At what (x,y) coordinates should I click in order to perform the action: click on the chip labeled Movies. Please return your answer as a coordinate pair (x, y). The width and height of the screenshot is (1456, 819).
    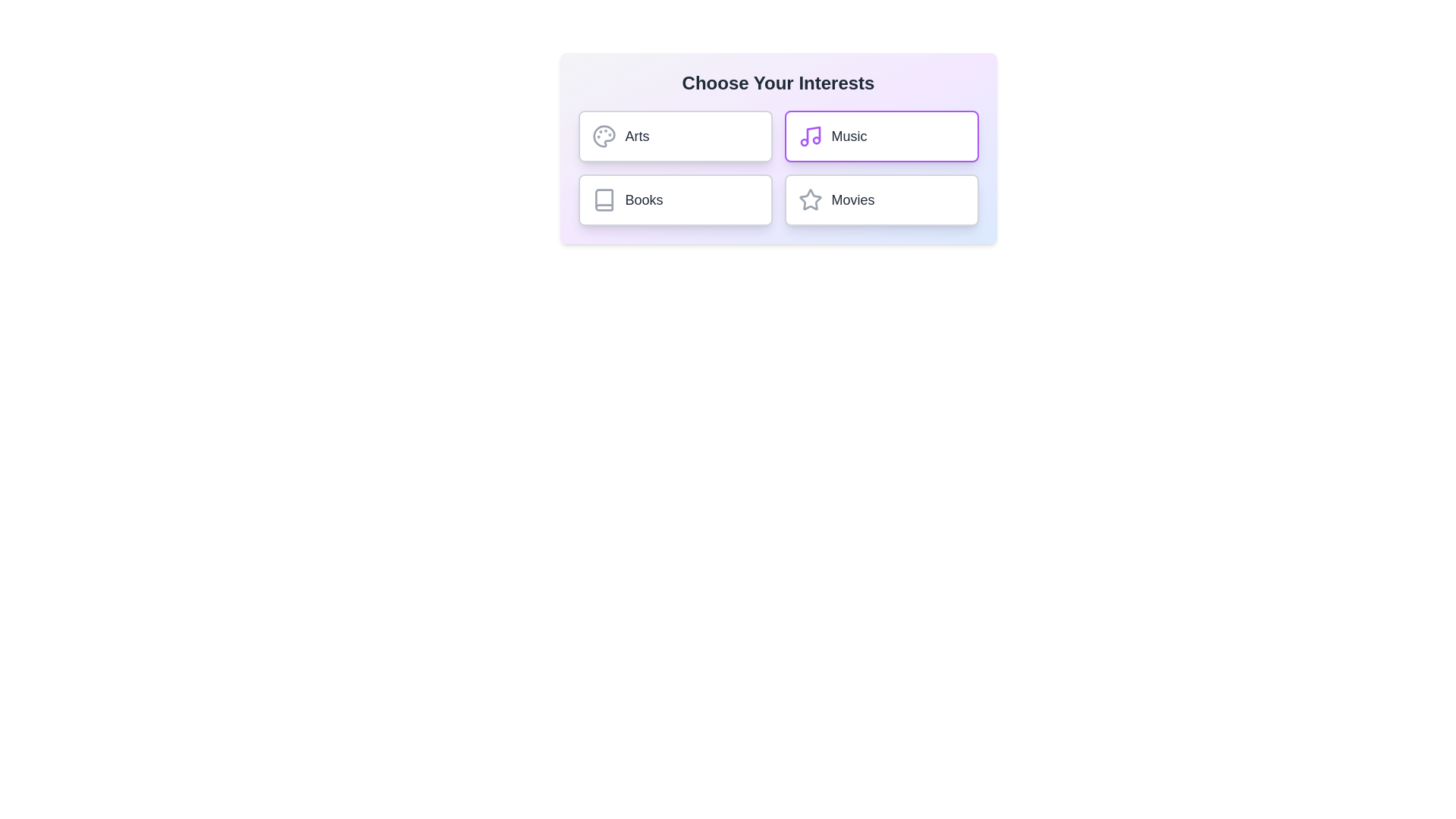
    Looking at the image, I should click on (881, 199).